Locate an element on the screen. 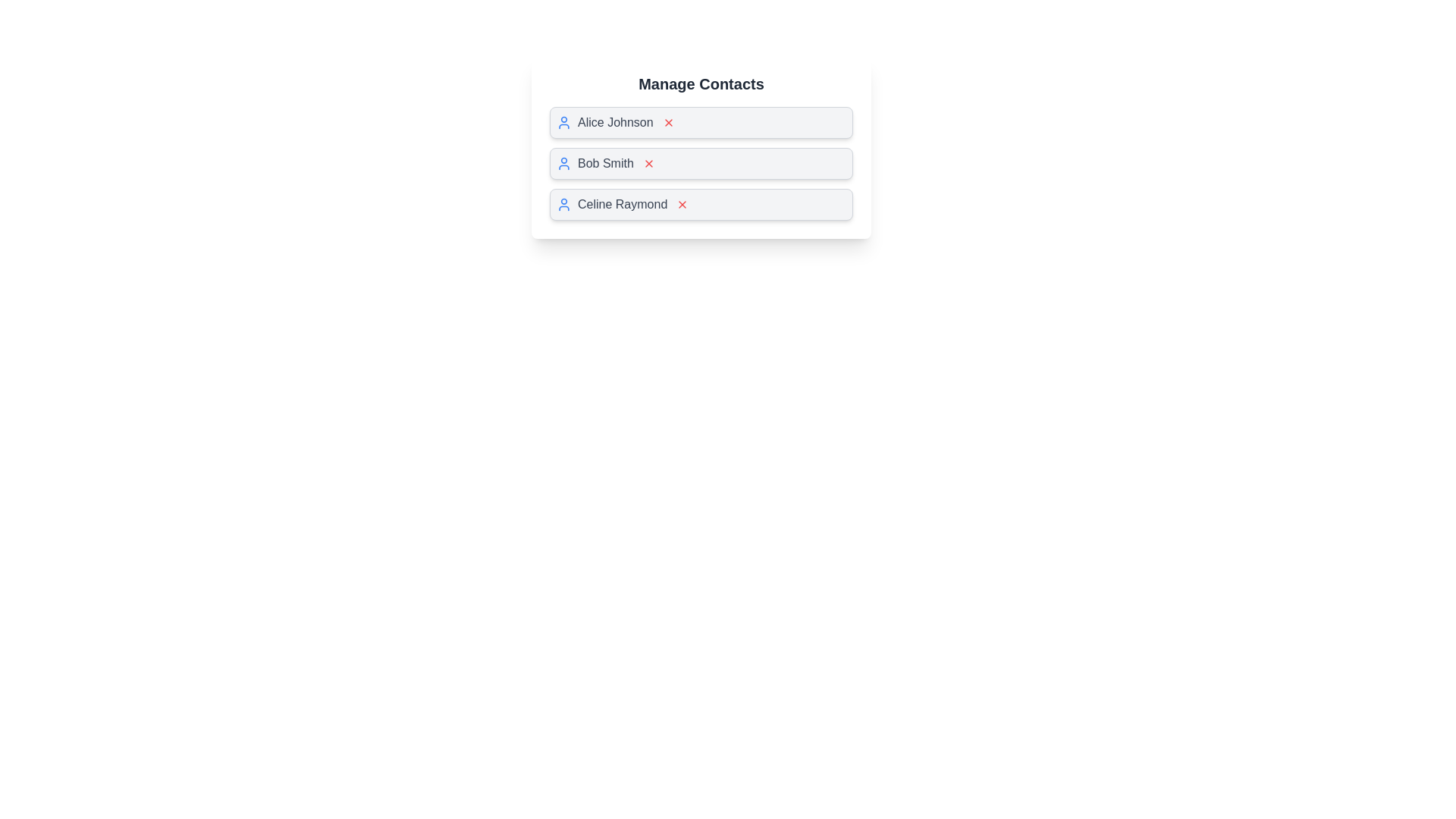  the user icon associated with the contact 'Alice Johnson' is located at coordinates (563, 122).